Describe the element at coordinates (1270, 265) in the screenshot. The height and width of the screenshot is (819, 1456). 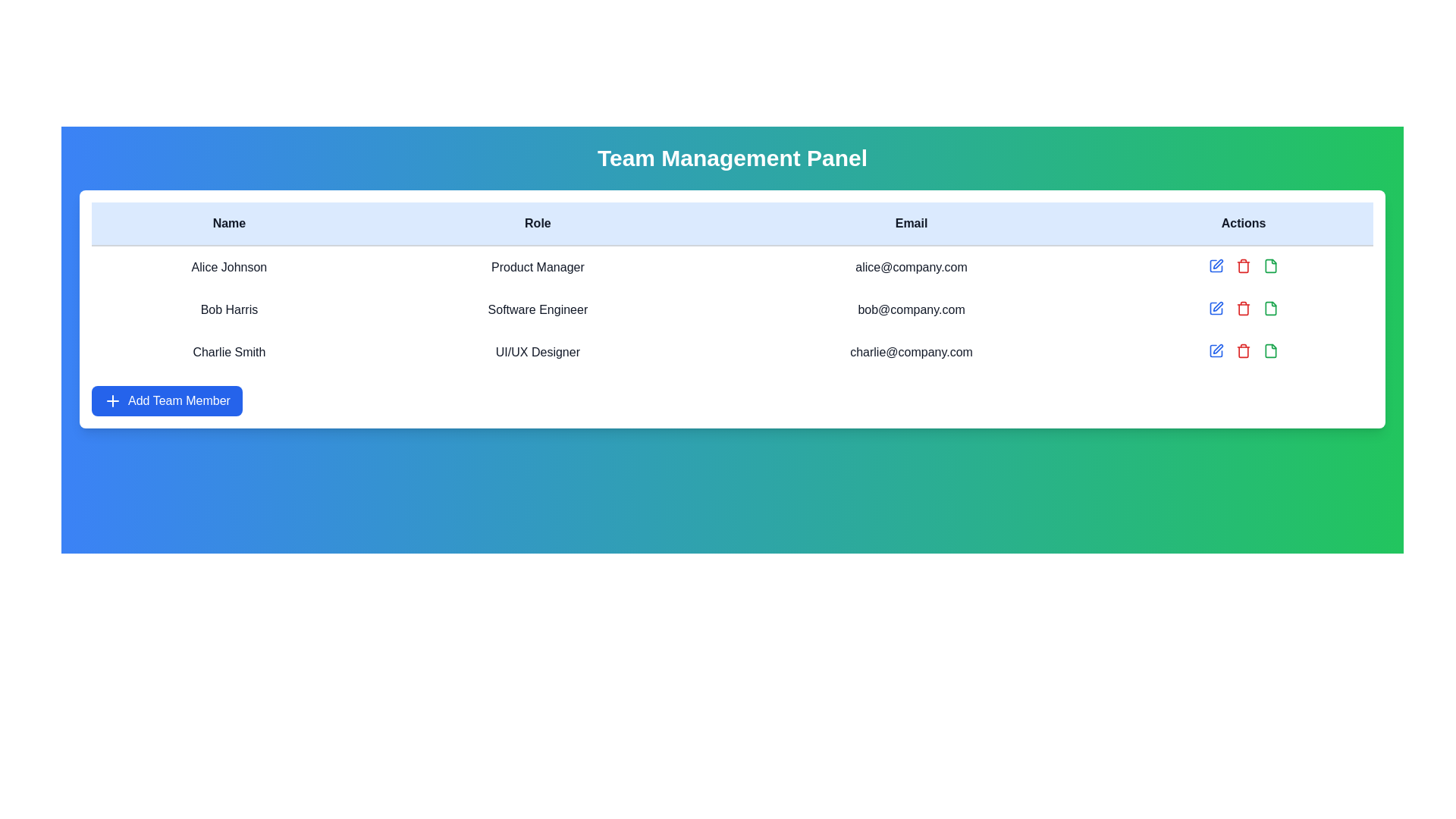
I see `the green icon button representing a file or document located in the 'Actions' column of the third row in the table` at that location.